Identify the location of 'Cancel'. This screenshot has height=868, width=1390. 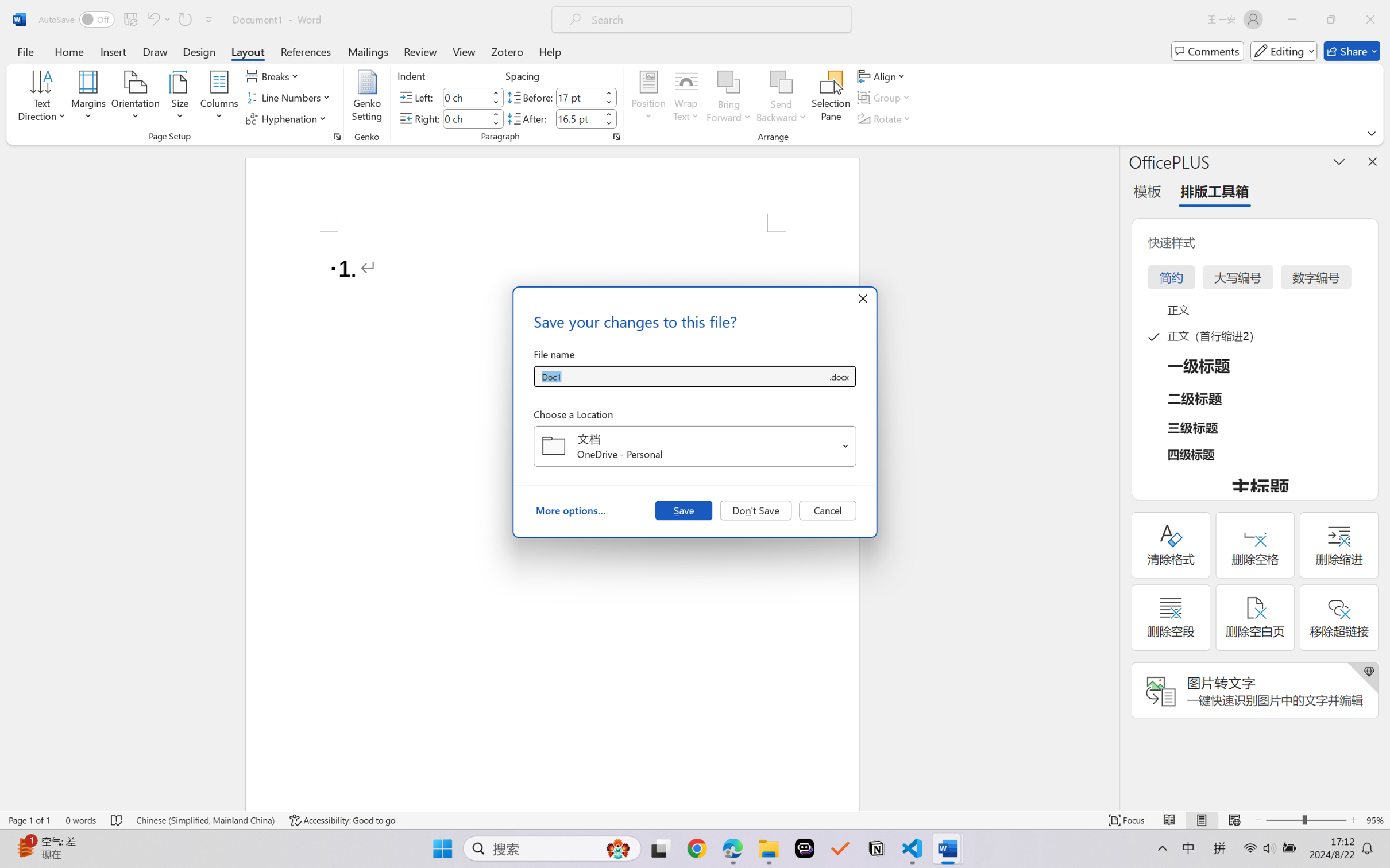
(827, 509).